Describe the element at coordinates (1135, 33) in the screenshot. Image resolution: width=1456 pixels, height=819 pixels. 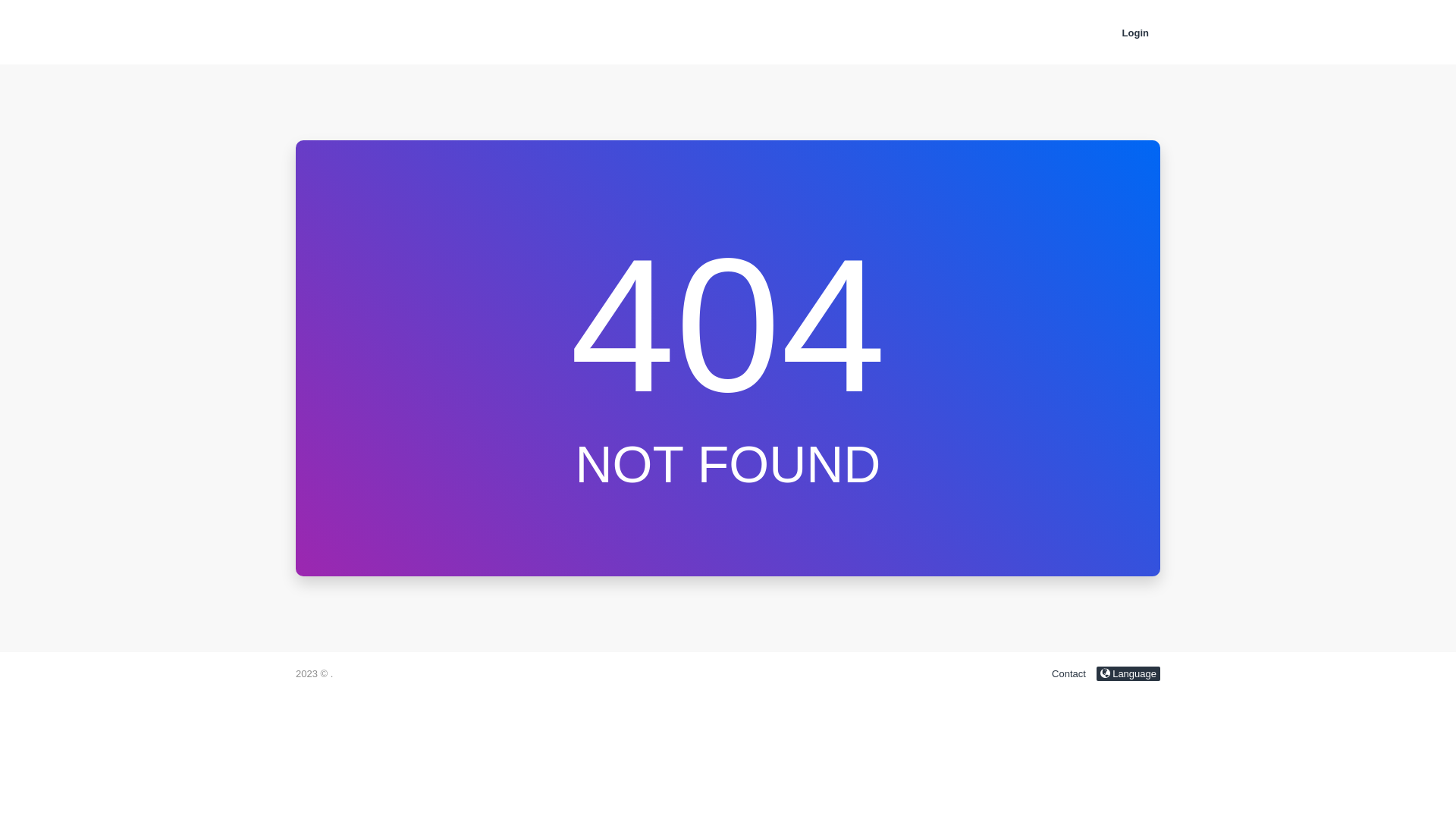
I see `'Login'` at that location.